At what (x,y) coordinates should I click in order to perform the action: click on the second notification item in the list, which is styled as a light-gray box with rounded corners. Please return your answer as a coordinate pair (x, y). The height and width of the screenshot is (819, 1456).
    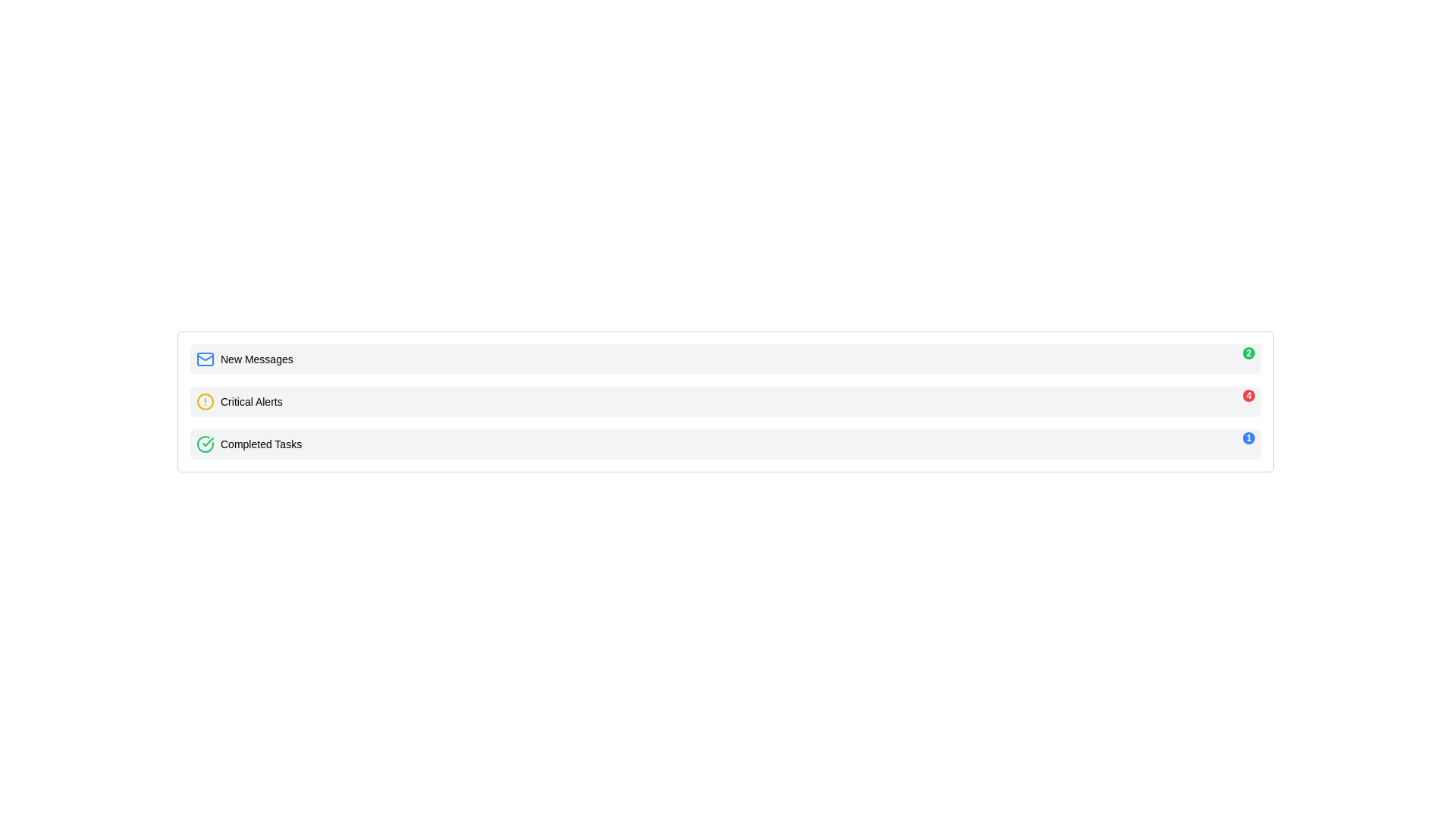
    Looking at the image, I should click on (716, 359).